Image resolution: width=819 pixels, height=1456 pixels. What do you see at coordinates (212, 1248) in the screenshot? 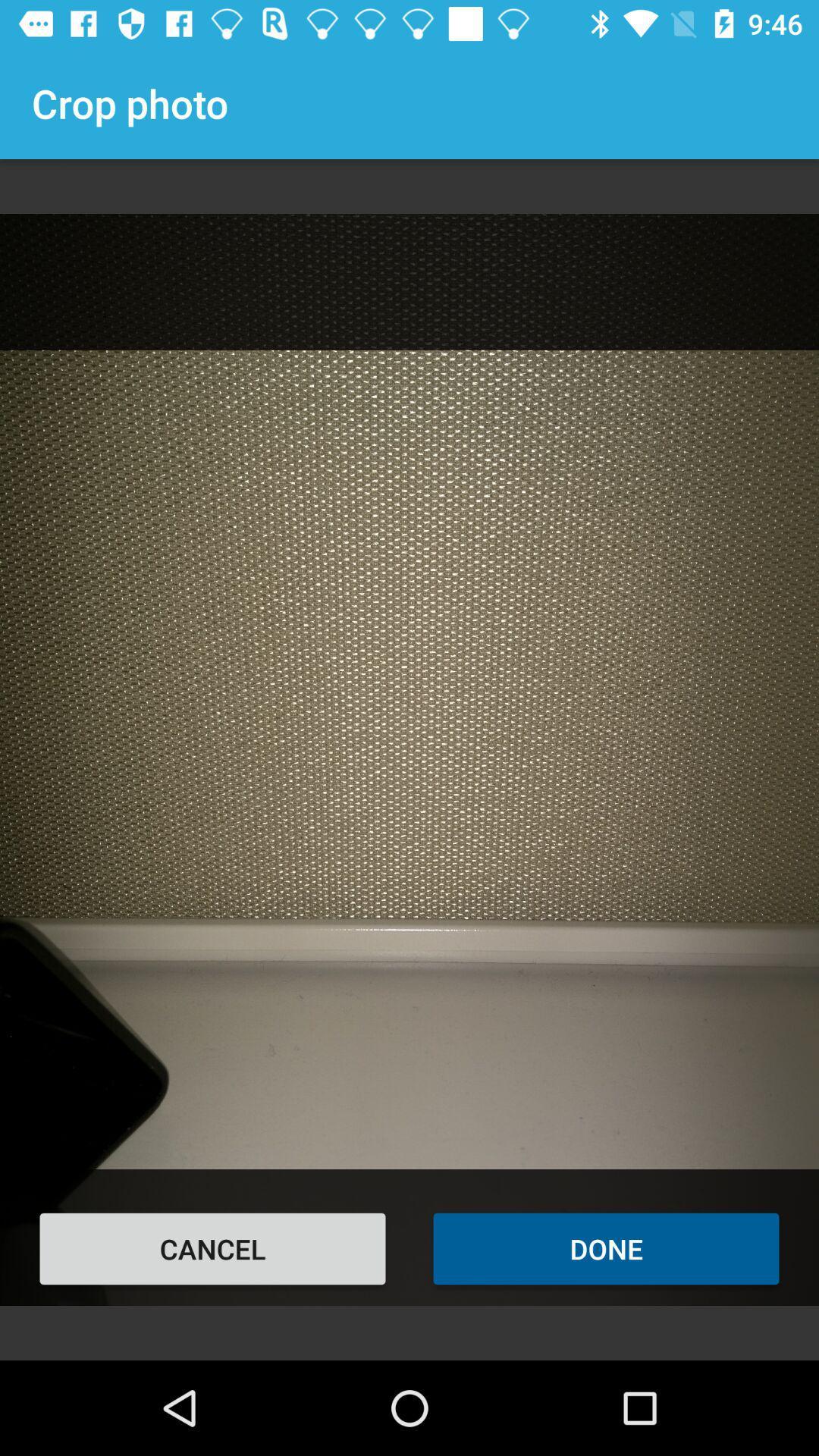
I see `the cancel at the bottom left corner` at bounding box center [212, 1248].